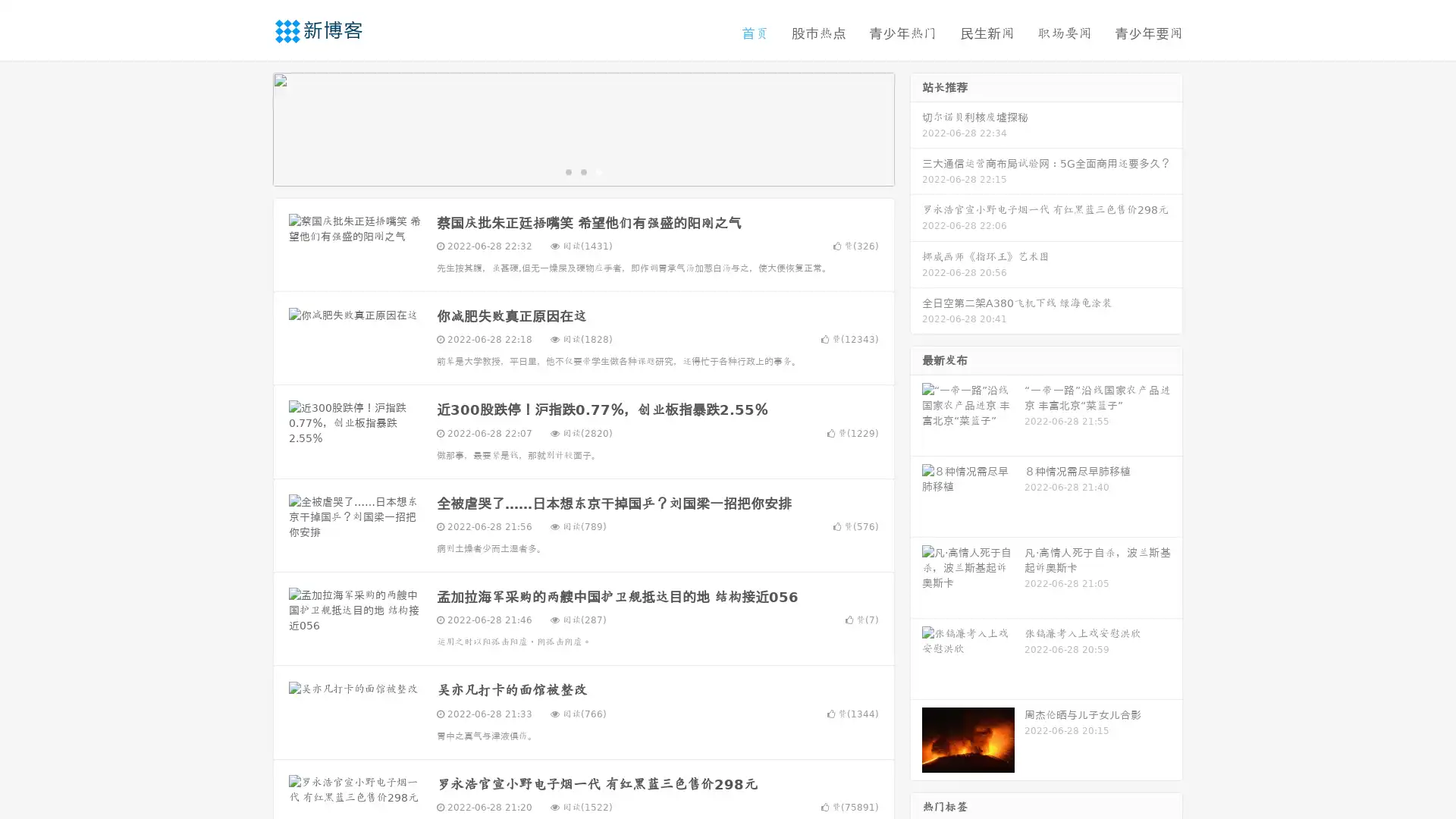  I want to click on Next slide, so click(916, 127).